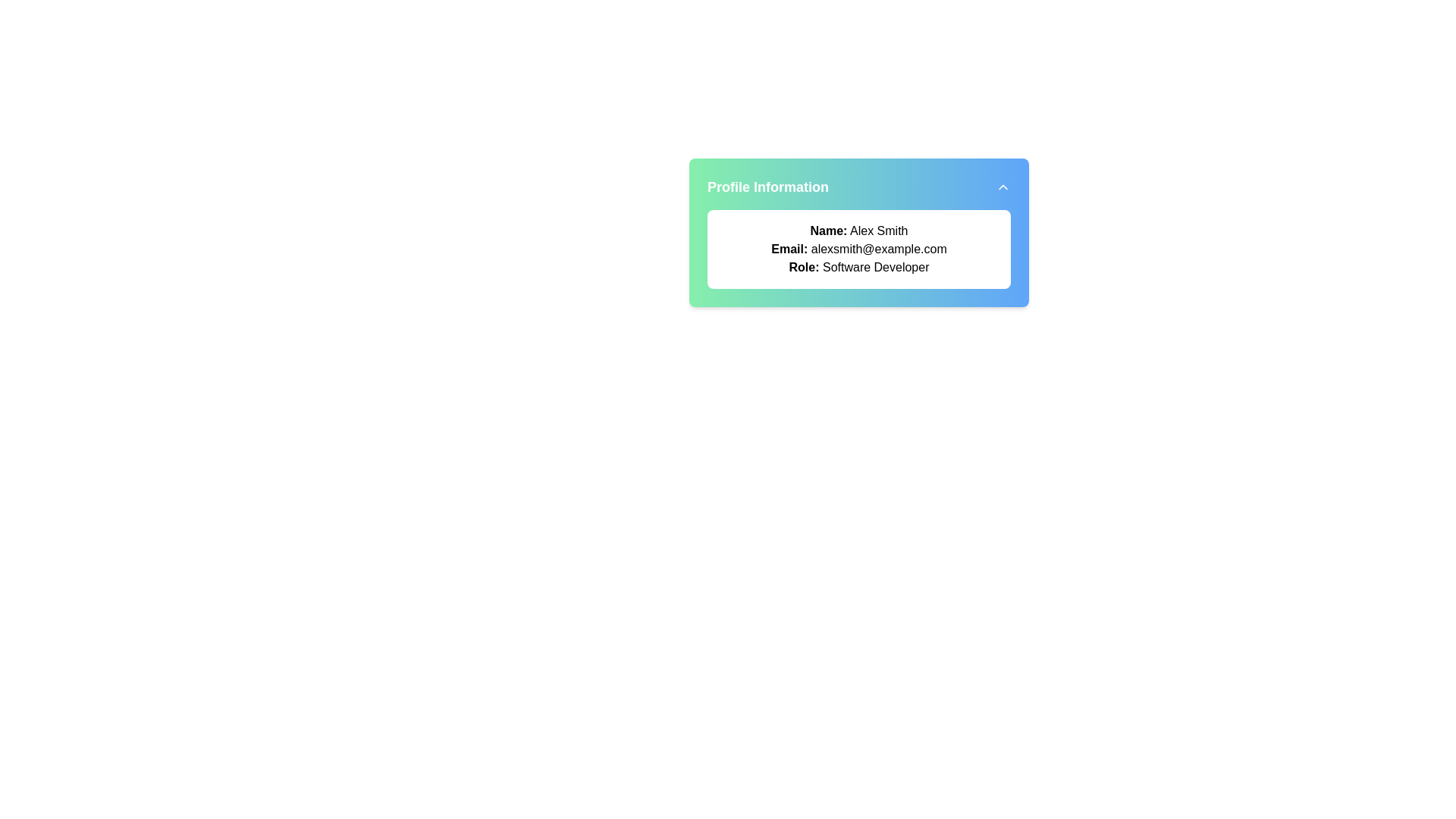 The height and width of the screenshot is (819, 1456). What do you see at coordinates (828, 231) in the screenshot?
I see `the 'Name:' text label located in the 'Profile Information' card, which is styled in bold and is the first label in a vertical list above the user's name 'Alex Smith'` at bounding box center [828, 231].